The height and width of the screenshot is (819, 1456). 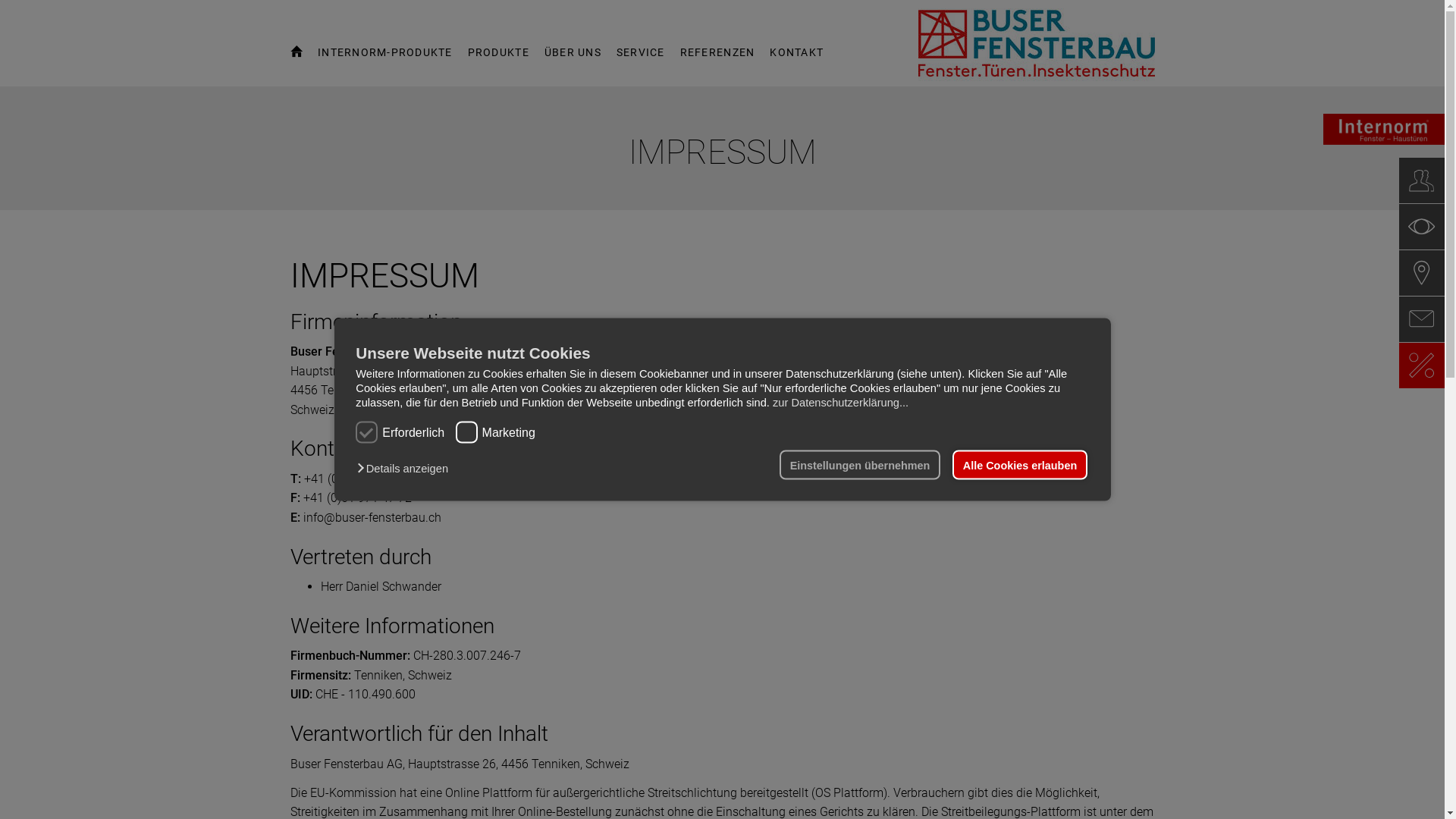 I want to click on 'Details anzeigen', so click(x=406, y=467).